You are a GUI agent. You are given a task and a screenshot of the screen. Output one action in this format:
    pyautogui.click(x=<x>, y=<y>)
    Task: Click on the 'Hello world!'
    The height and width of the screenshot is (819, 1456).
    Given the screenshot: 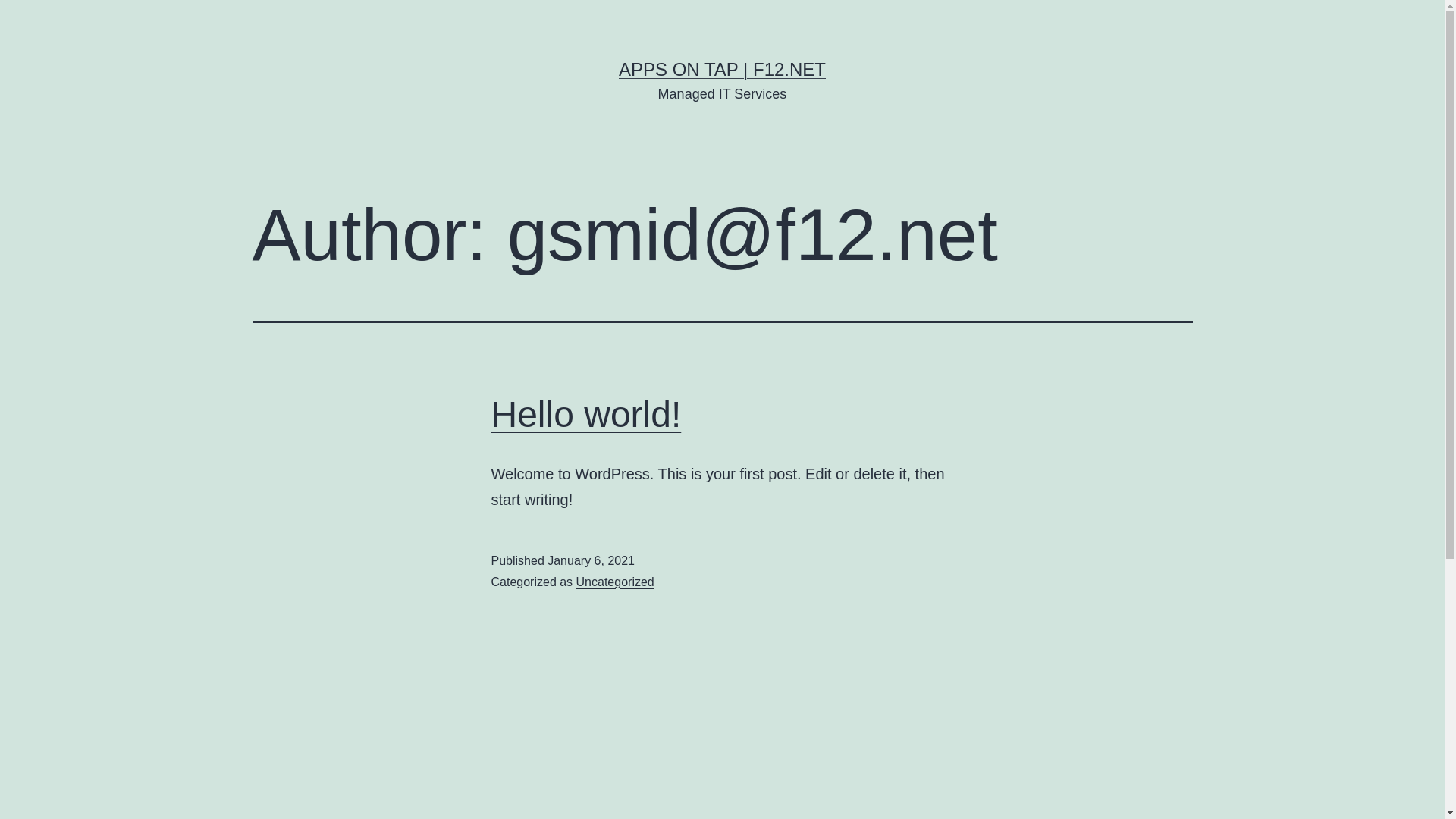 What is the action you would take?
    pyautogui.click(x=585, y=414)
    